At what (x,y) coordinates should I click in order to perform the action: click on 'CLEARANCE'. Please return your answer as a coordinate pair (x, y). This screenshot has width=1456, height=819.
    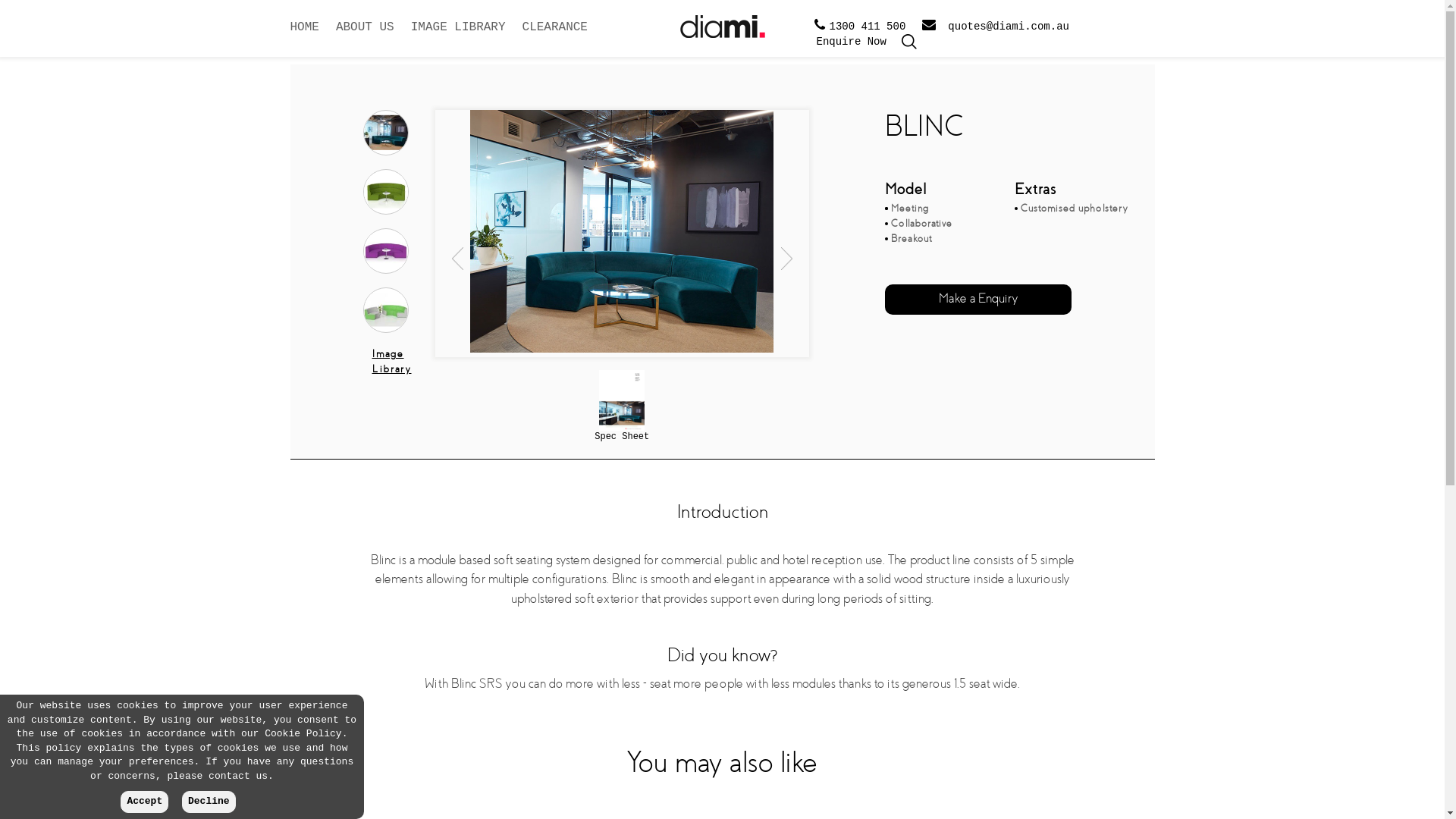
    Looking at the image, I should click on (554, 36).